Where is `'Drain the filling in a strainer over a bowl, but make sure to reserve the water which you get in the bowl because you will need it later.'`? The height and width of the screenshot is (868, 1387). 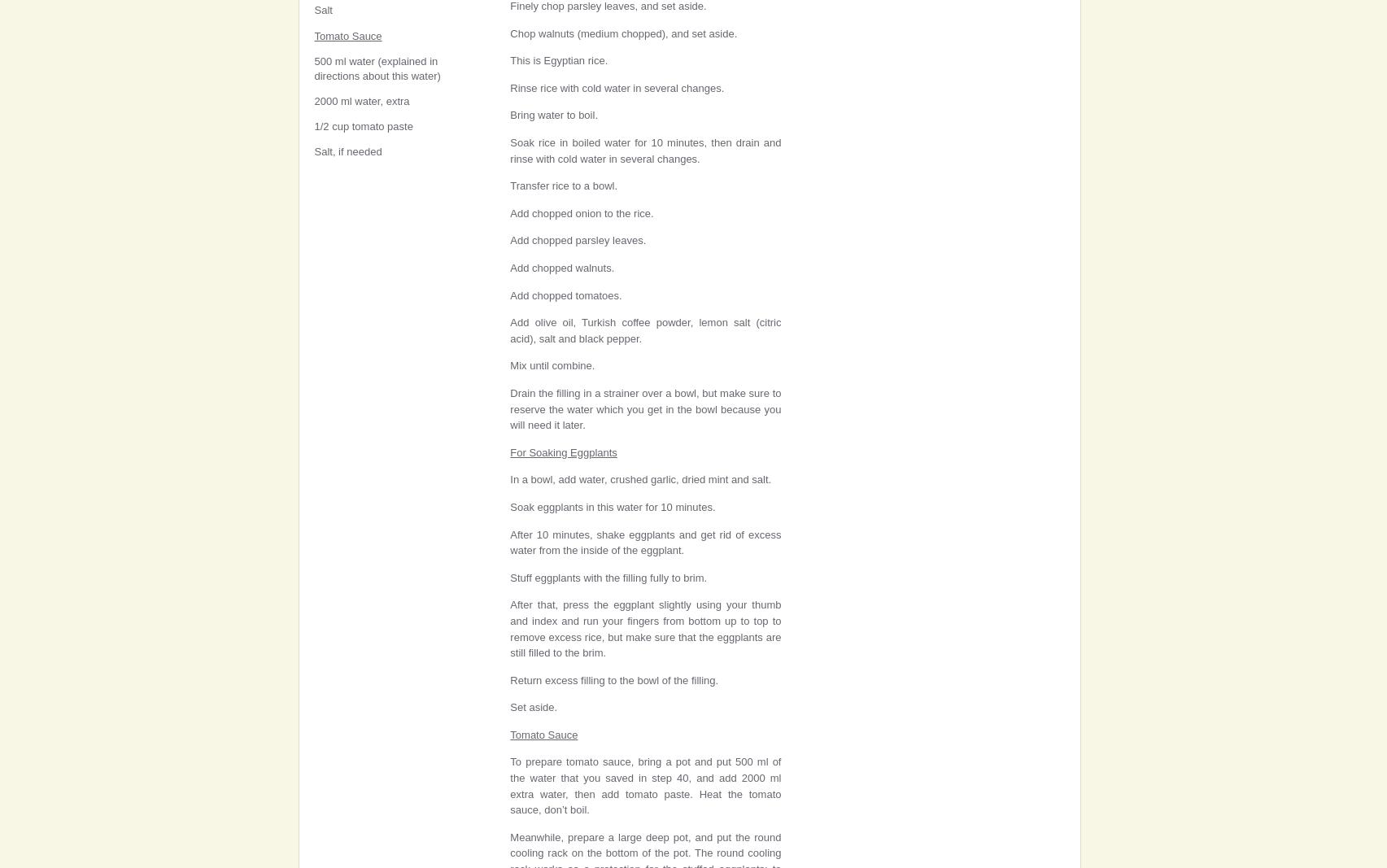 'Drain the filling in a strainer over a bowl, but make sure to reserve the water which you get in the bowl because you will need it later.' is located at coordinates (645, 408).